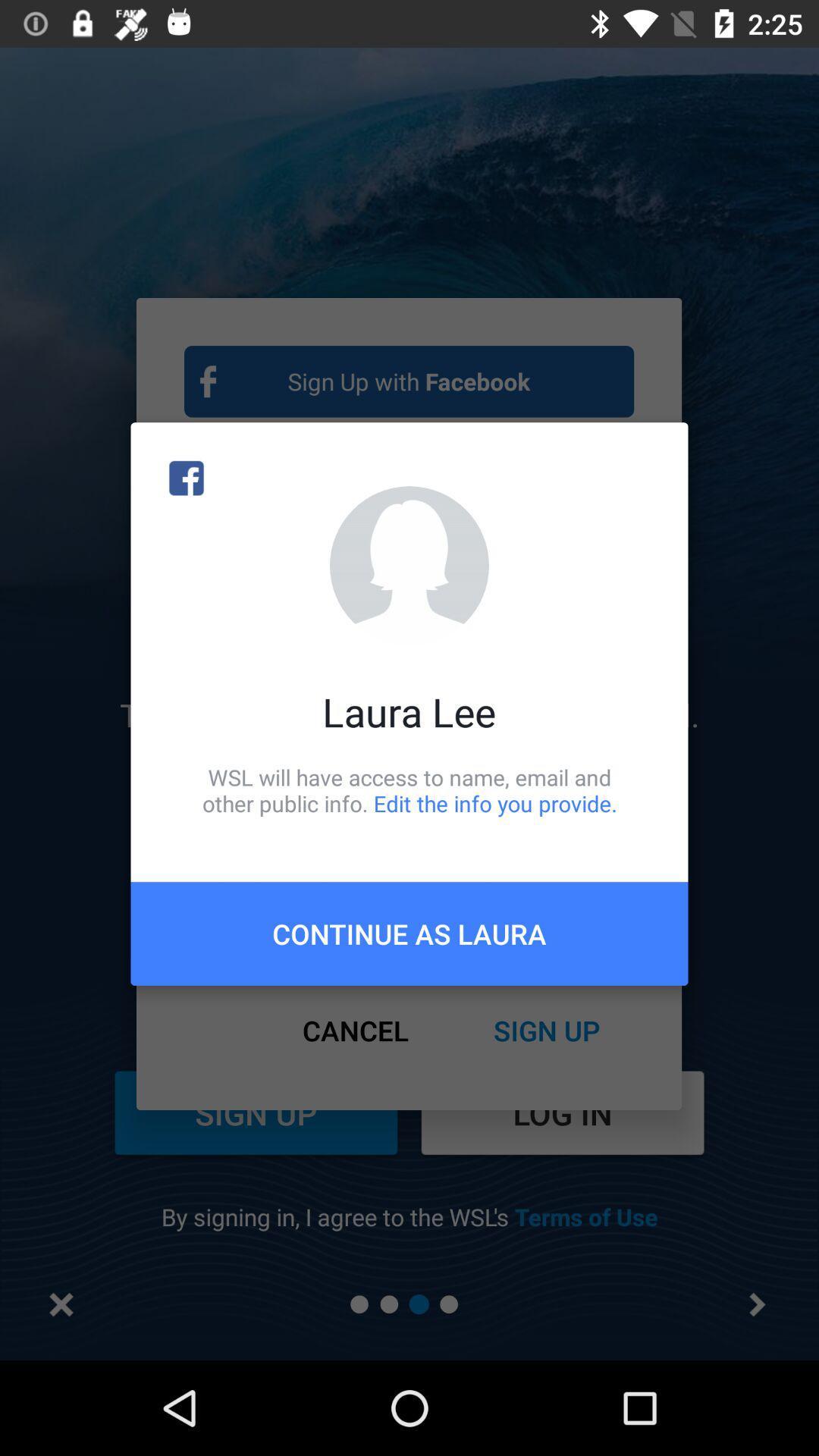  I want to click on wsl will have item, so click(409, 789).